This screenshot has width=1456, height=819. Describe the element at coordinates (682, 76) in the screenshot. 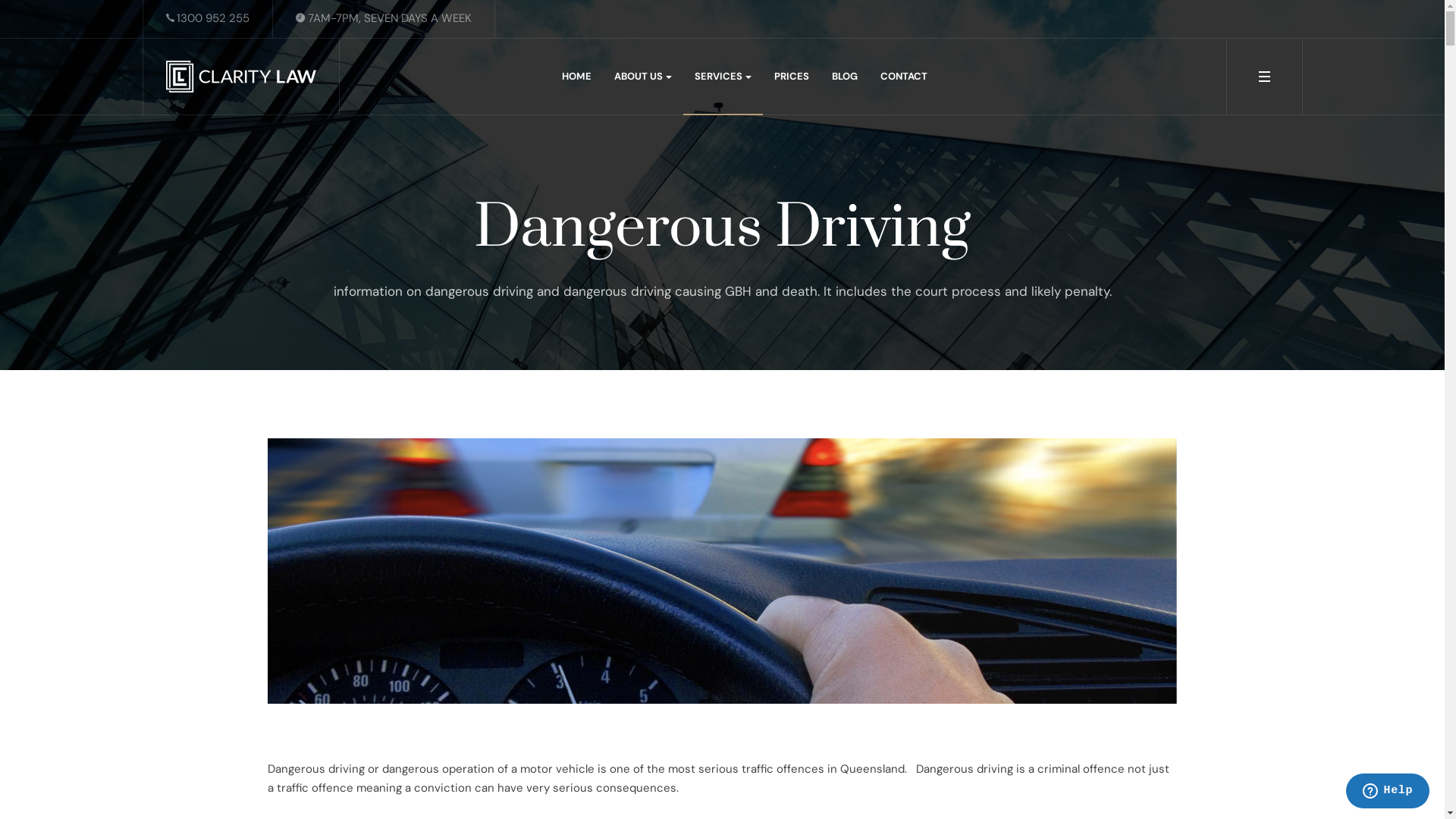

I see `'SERVICES'` at that location.